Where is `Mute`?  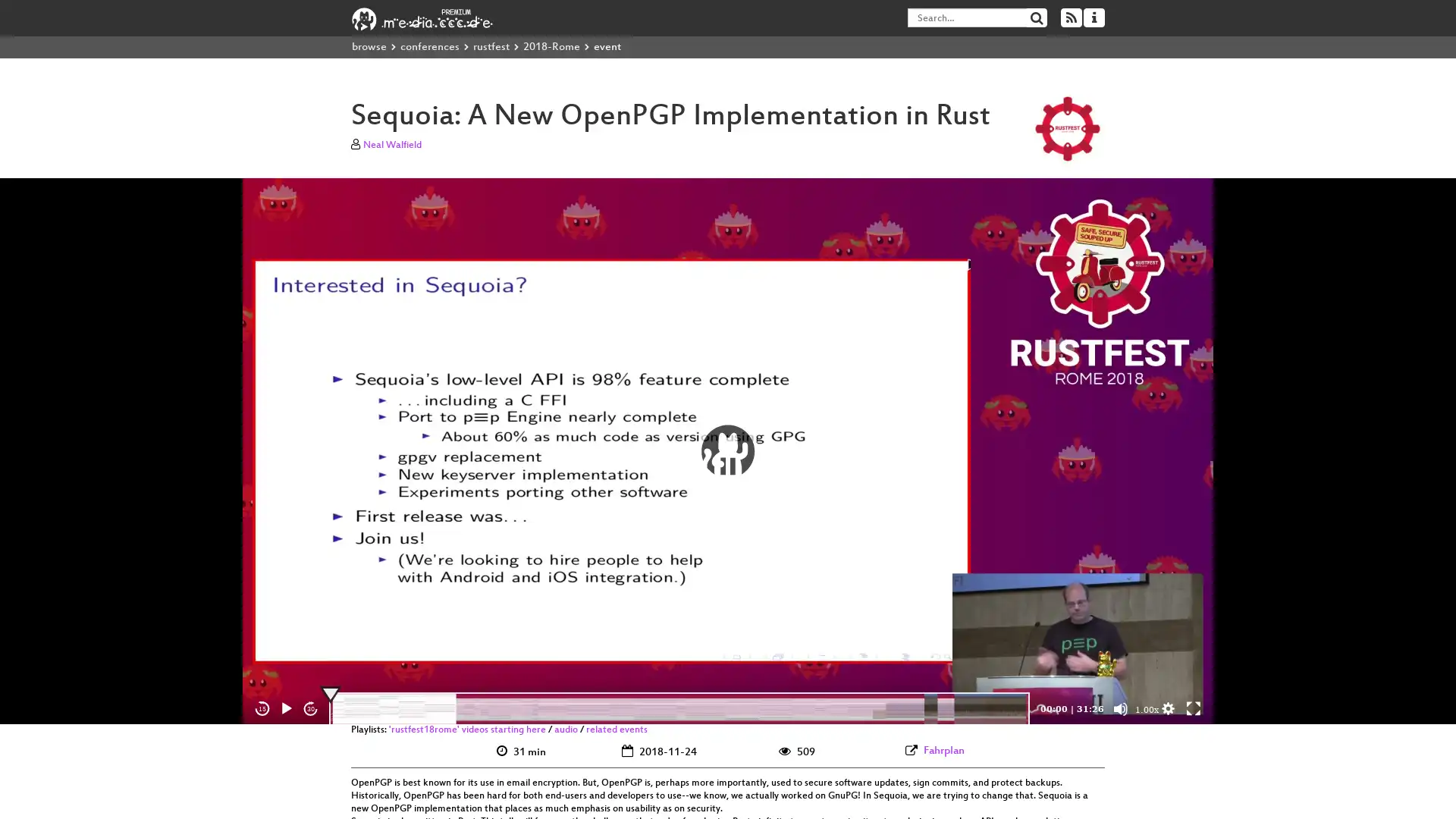 Mute is located at coordinates (1121, 708).